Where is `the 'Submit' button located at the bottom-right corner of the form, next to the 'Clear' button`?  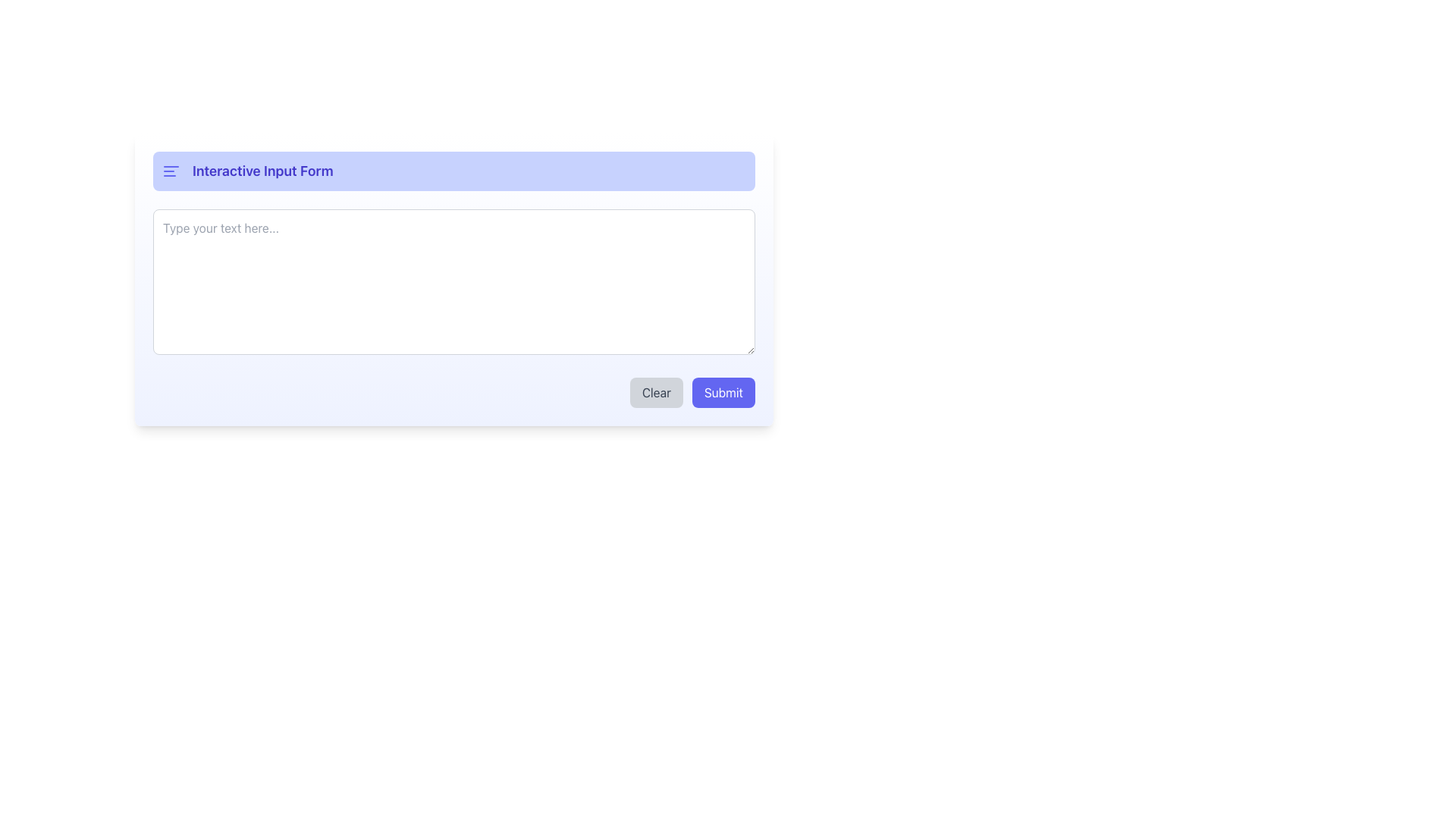 the 'Submit' button located at the bottom-right corner of the form, next to the 'Clear' button is located at coordinates (723, 391).